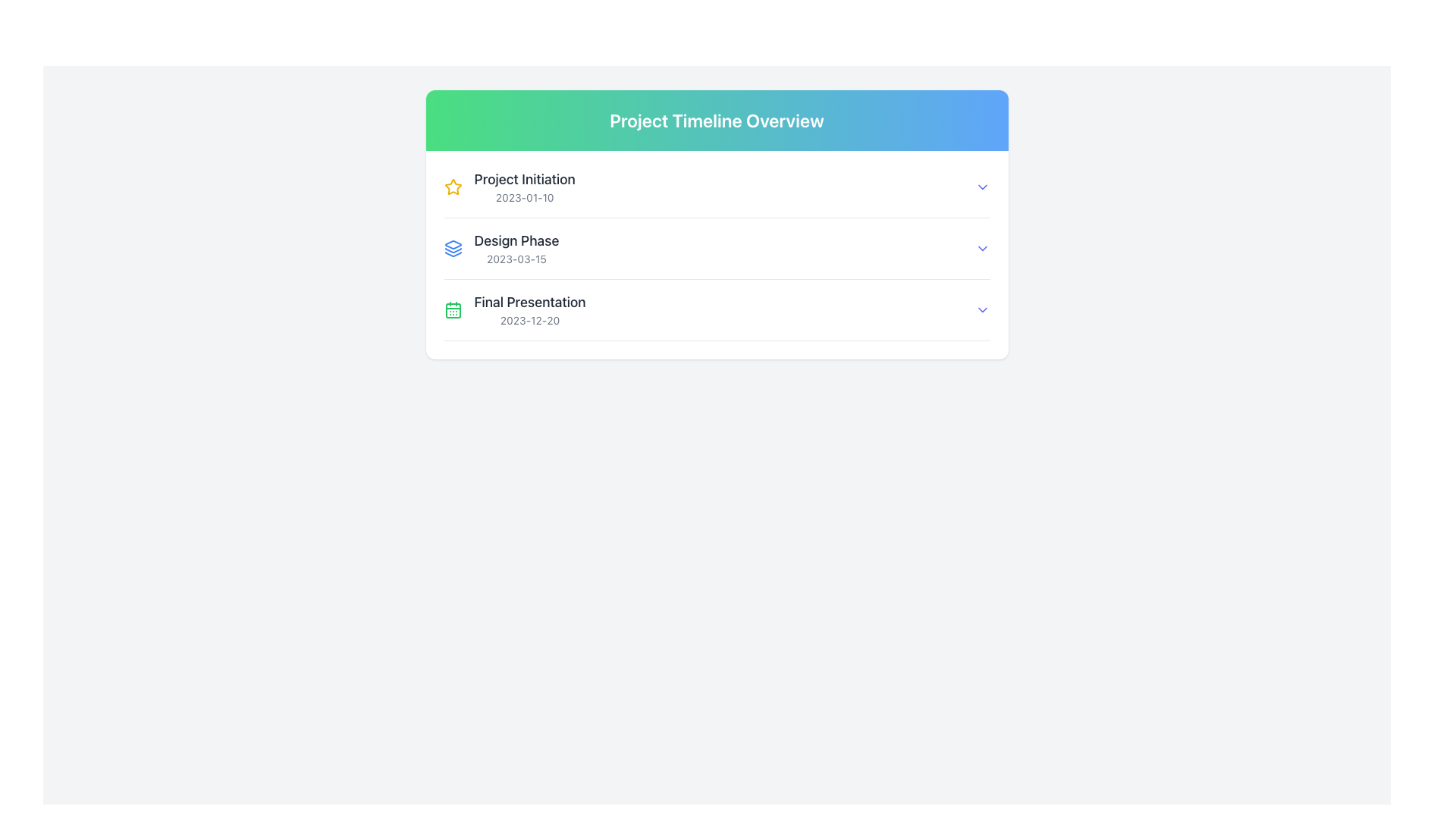  I want to click on the decorative icon representing the 'Project Initiation' entry in the timeline, located to the very left of the corresponding row, so click(452, 186).